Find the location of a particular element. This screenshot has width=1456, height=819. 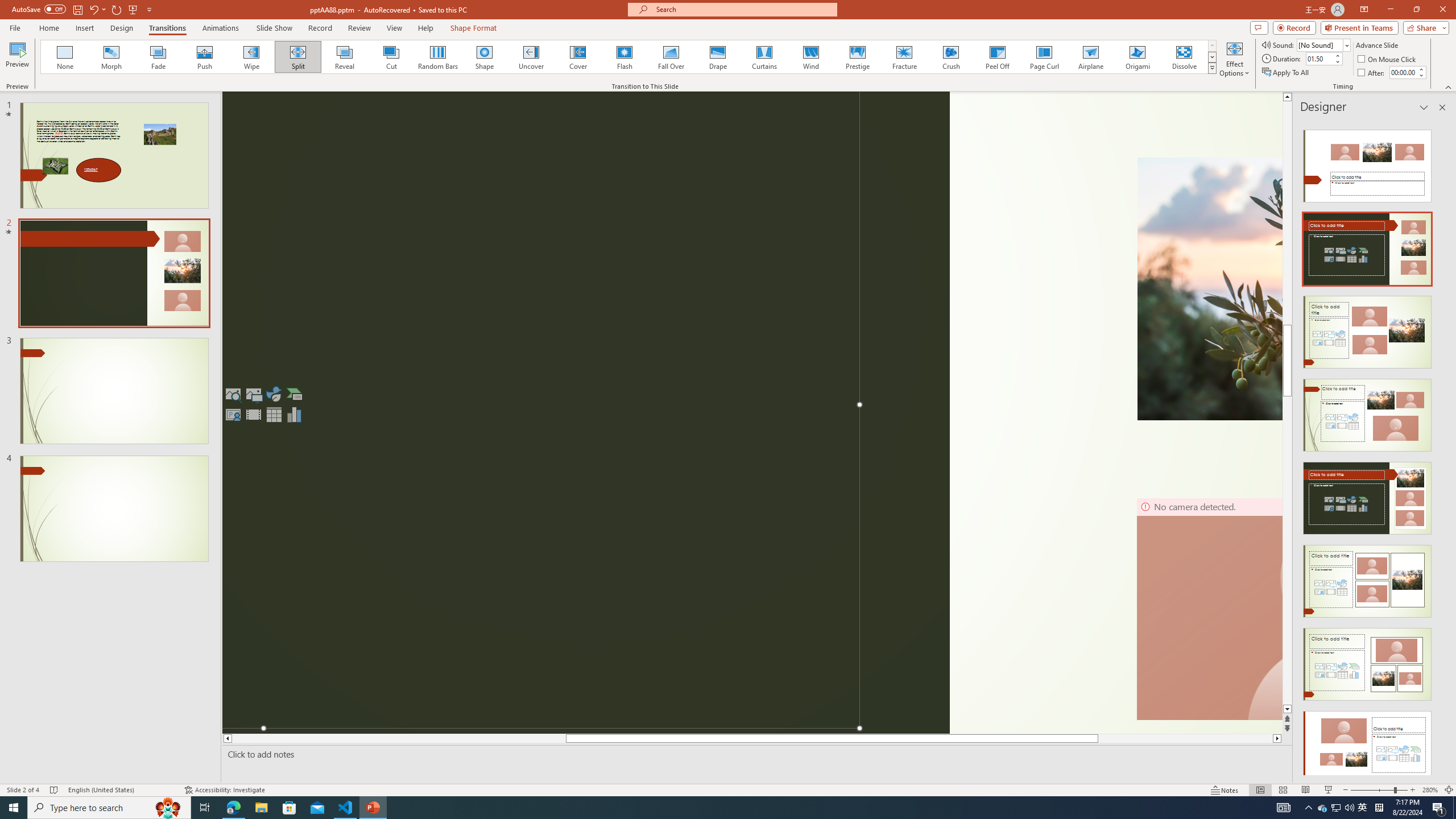

'None' is located at coordinates (65, 56).